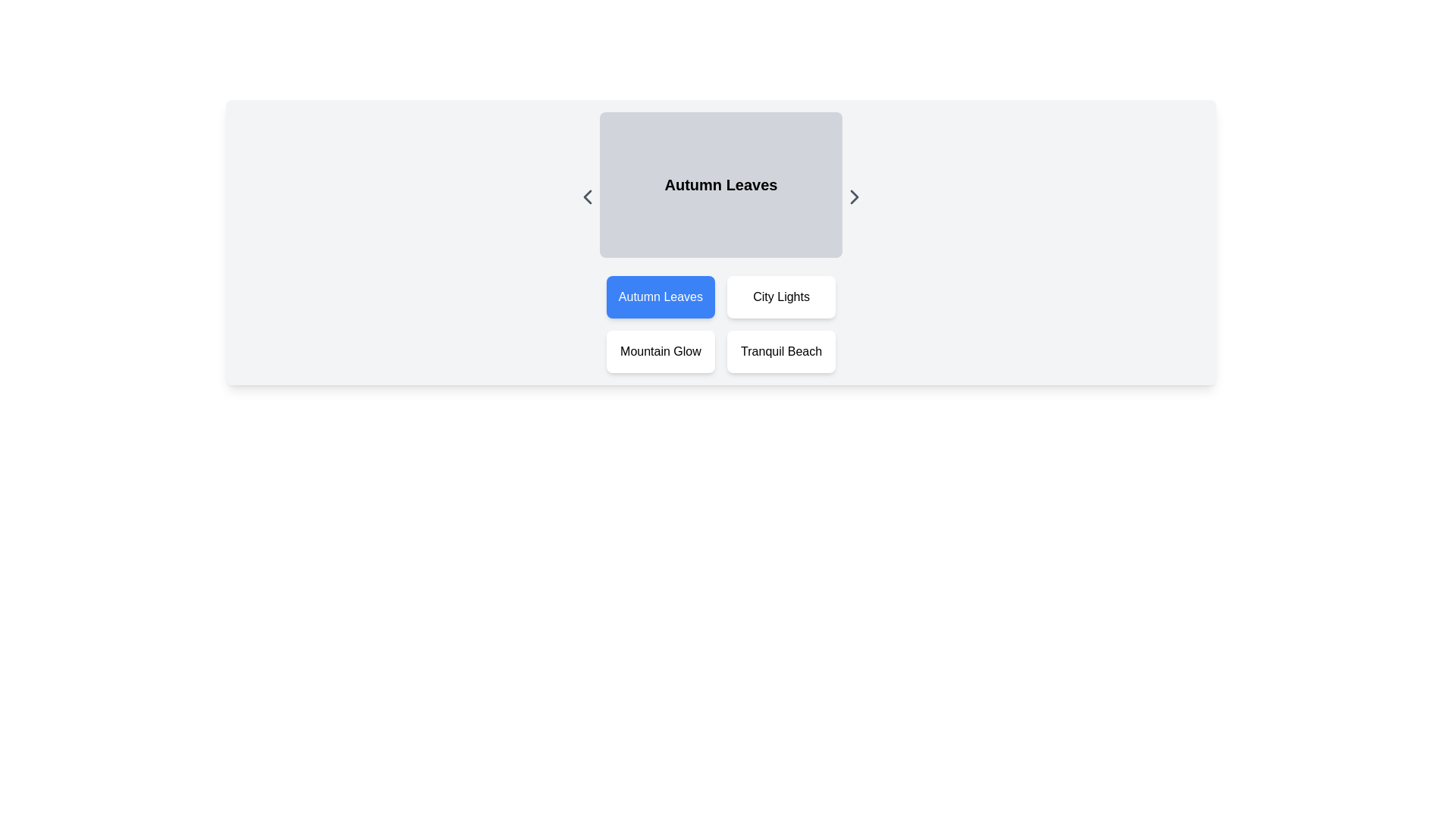 This screenshot has height=819, width=1456. I want to click on the rectangular button with rounded corners and black text reading 'Mountain Glow', so click(661, 351).